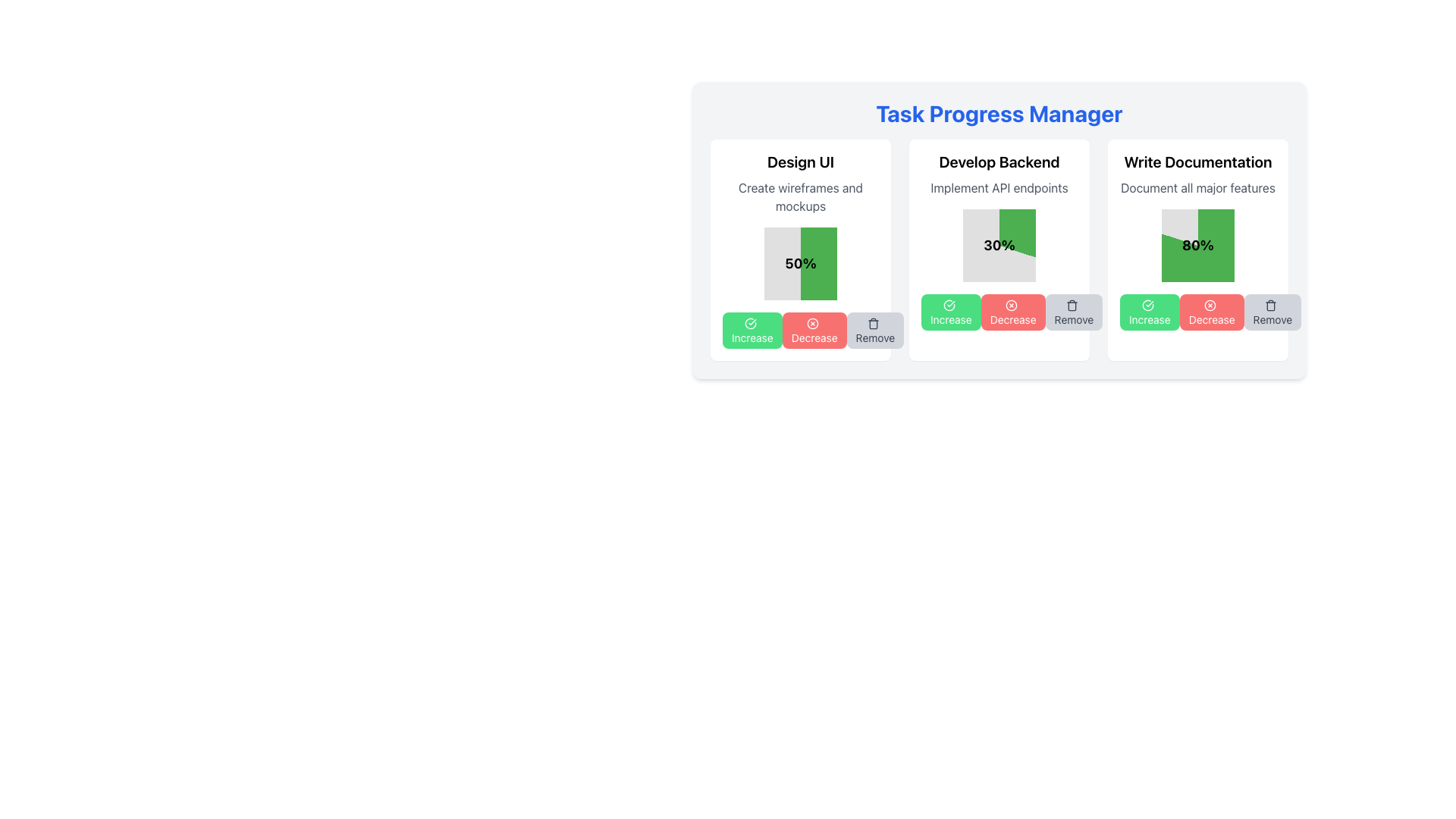 This screenshot has height=819, width=1456. Describe the element at coordinates (999, 187) in the screenshot. I see `the static text element that provides a description for the task 'Develop Backend', located within the task card, positioned below the title and above a circular progress indicator` at that location.